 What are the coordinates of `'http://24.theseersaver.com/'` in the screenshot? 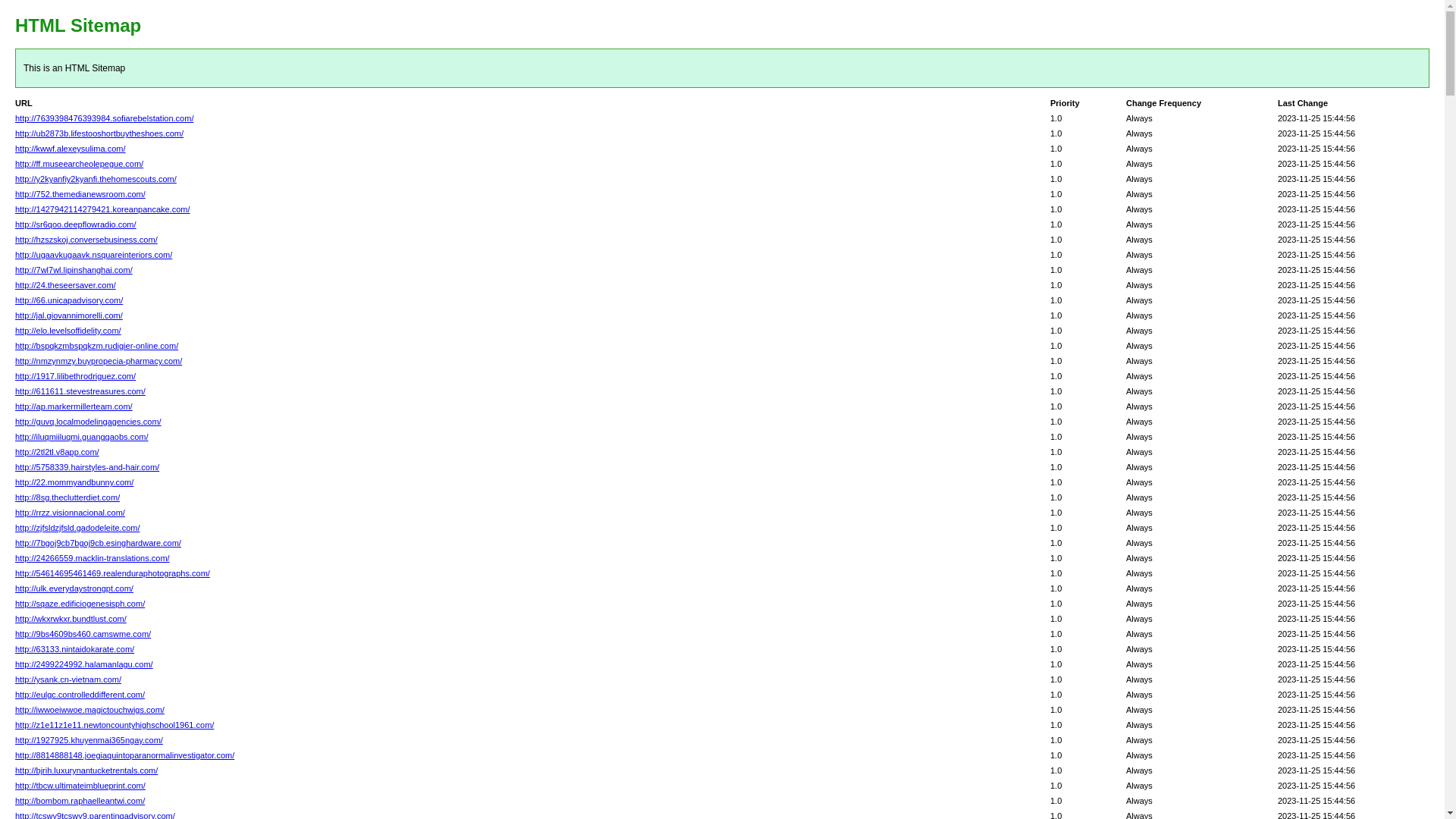 It's located at (64, 284).